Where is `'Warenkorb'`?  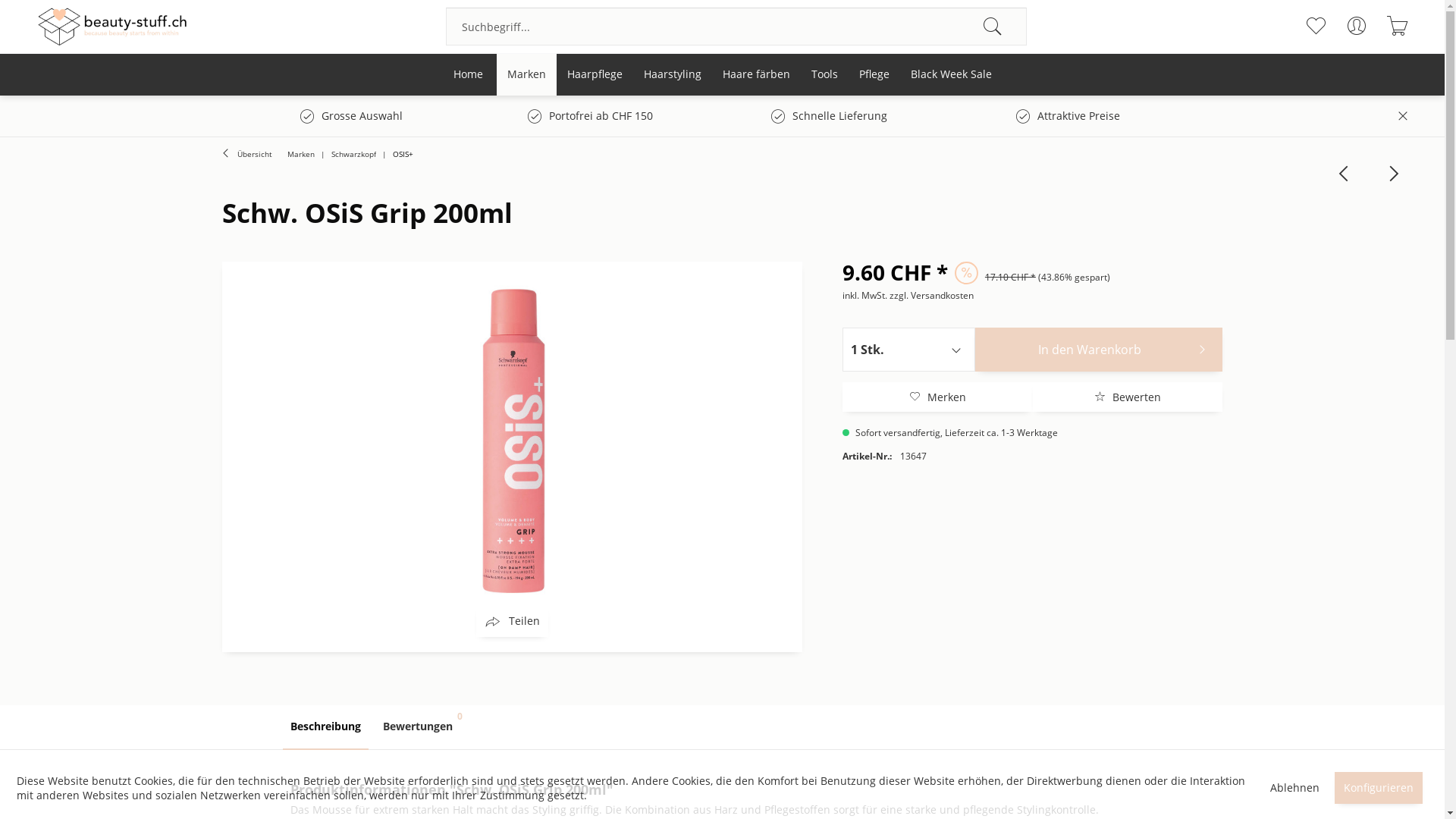
'Warenkorb' is located at coordinates (1396, 26).